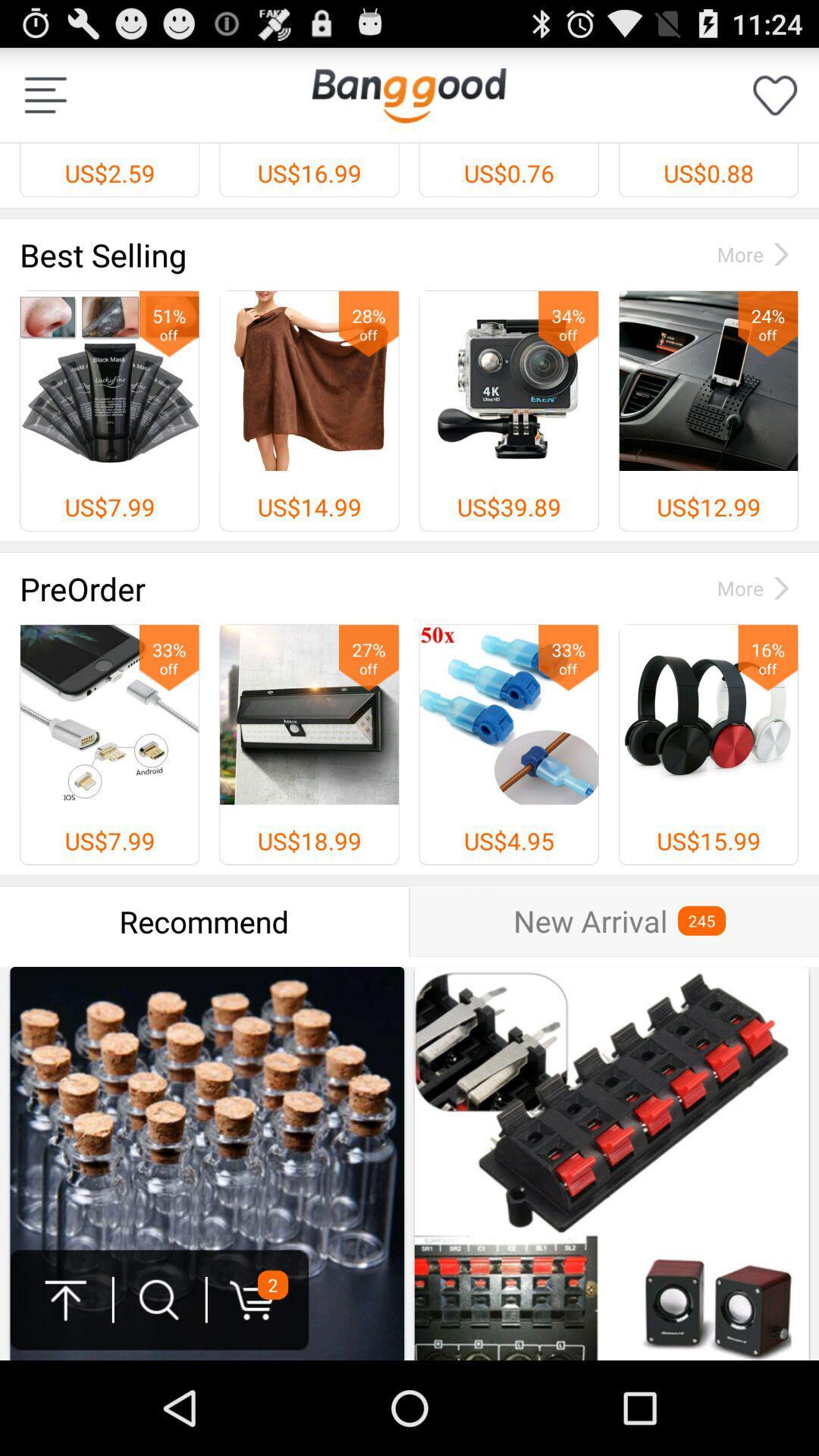 The image size is (819, 1456). What do you see at coordinates (45, 101) in the screenshot?
I see `the filter_list icon` at bounding box center [45, 101].